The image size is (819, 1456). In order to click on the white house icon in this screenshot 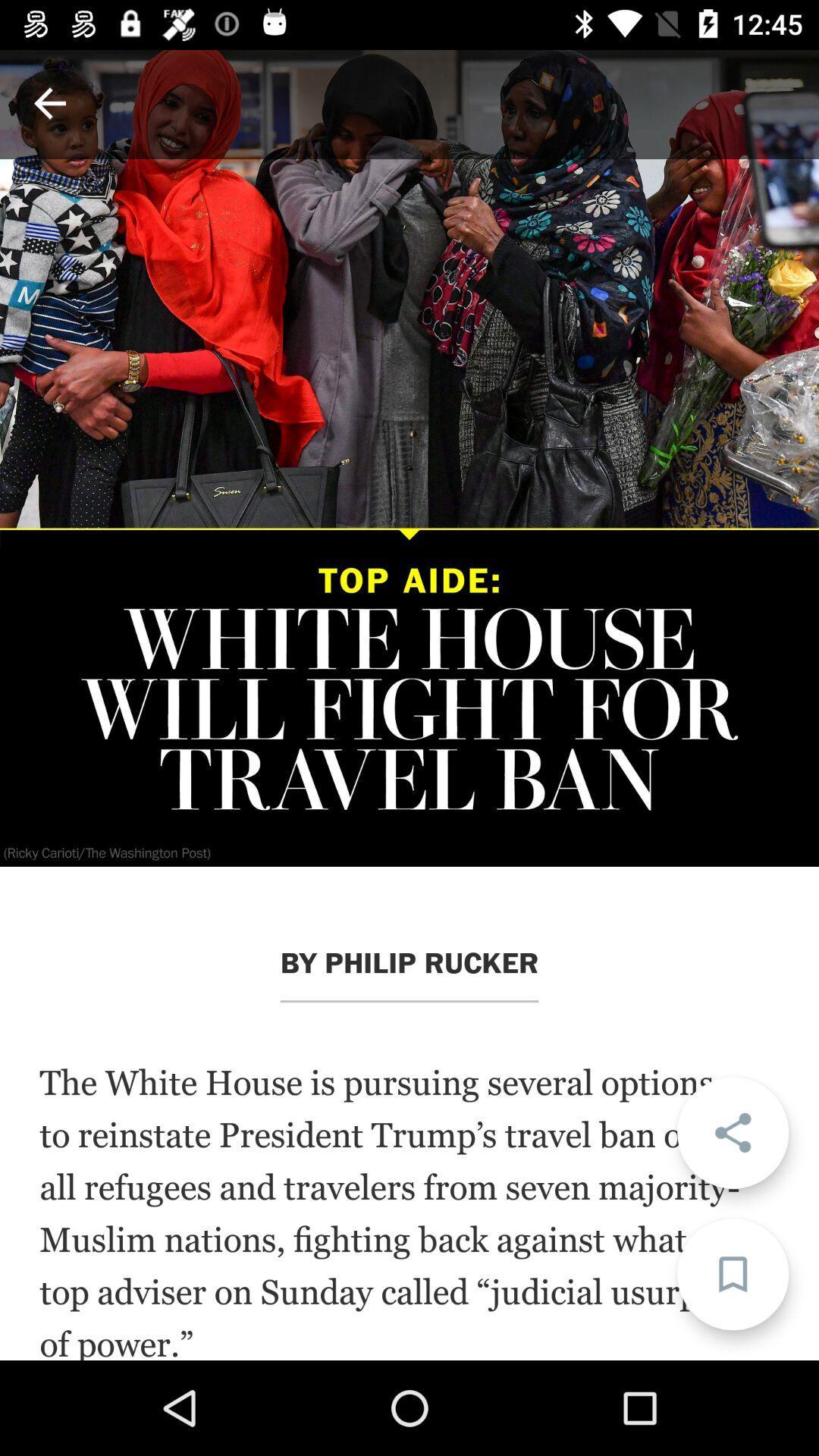, I will do `click(409, 1210)`.